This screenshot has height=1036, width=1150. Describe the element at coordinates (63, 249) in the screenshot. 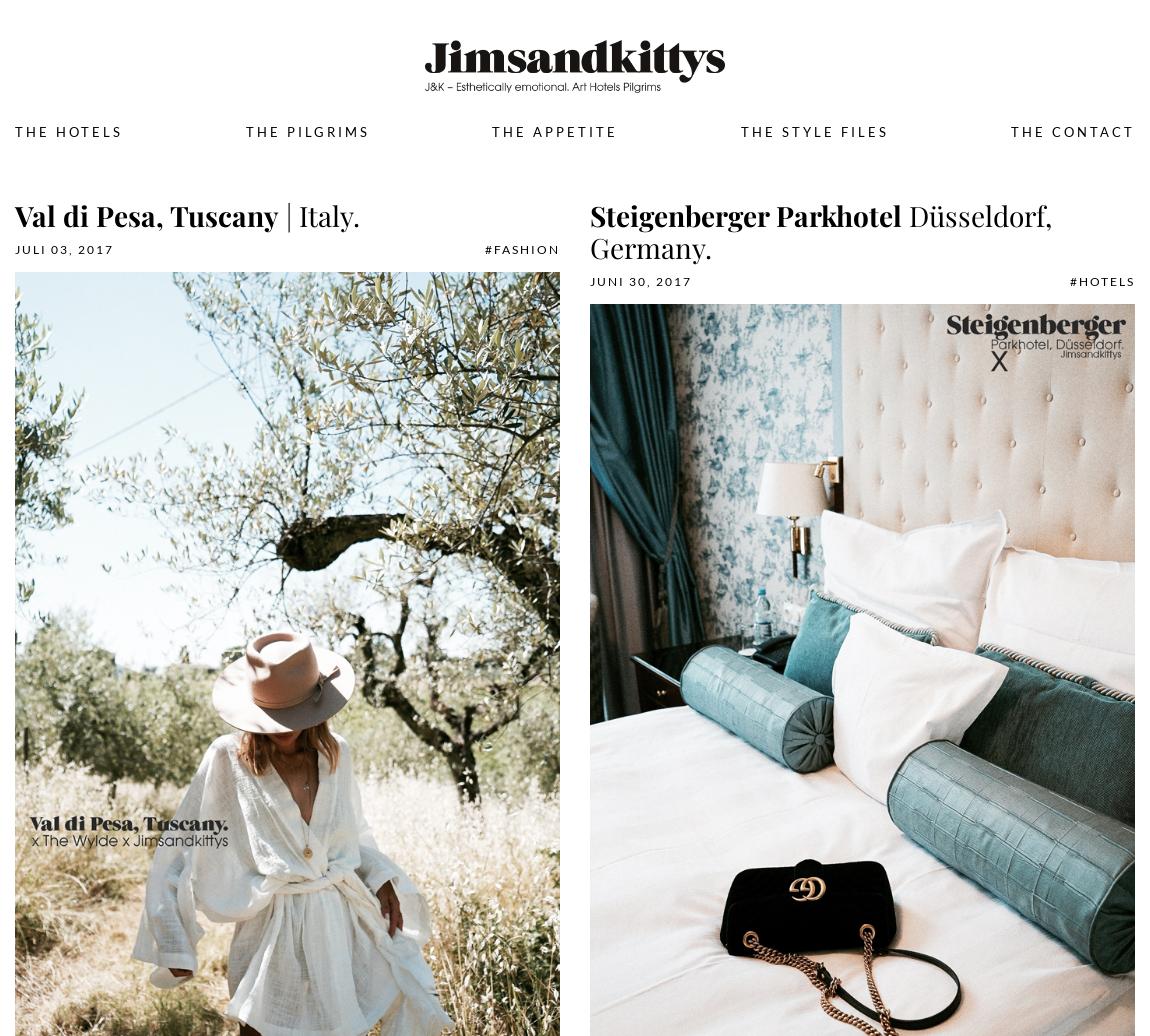

I see `'Juli 03, 2017'` at that location.